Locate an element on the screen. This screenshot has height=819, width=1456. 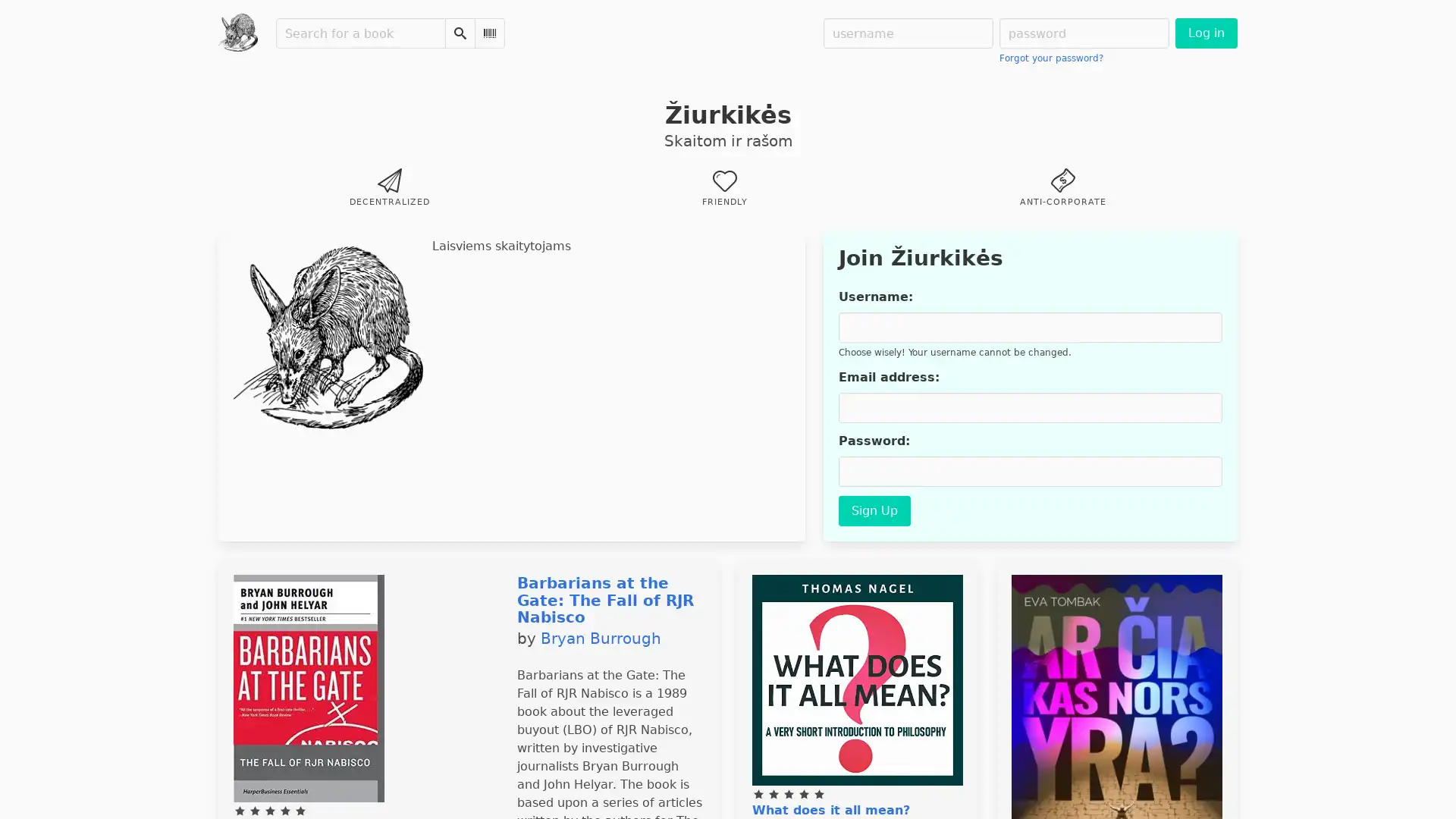
Search is located at coordinates (458, 33).